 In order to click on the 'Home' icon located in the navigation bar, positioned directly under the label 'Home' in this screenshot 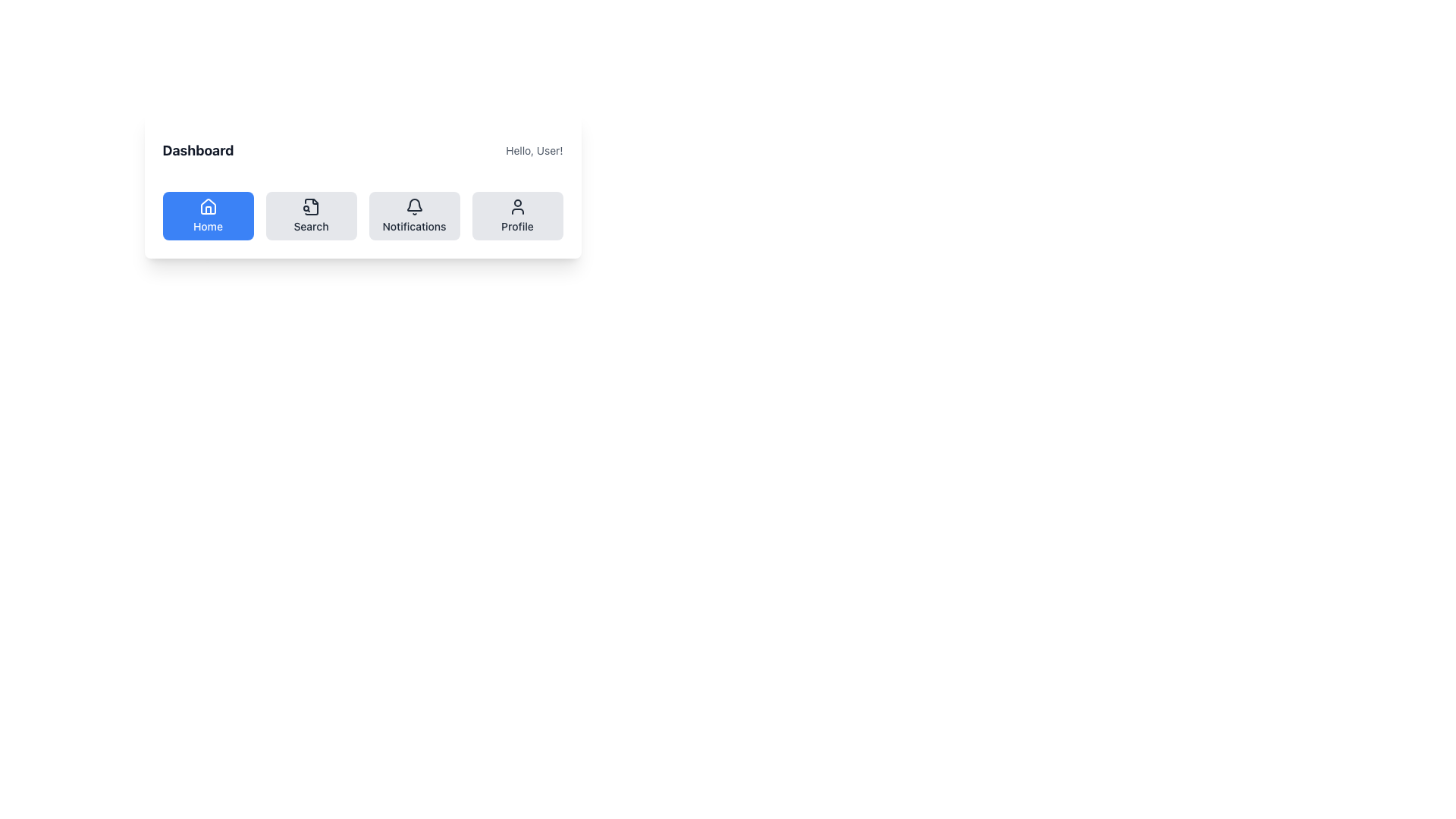, I will do `click(207, 206)`.